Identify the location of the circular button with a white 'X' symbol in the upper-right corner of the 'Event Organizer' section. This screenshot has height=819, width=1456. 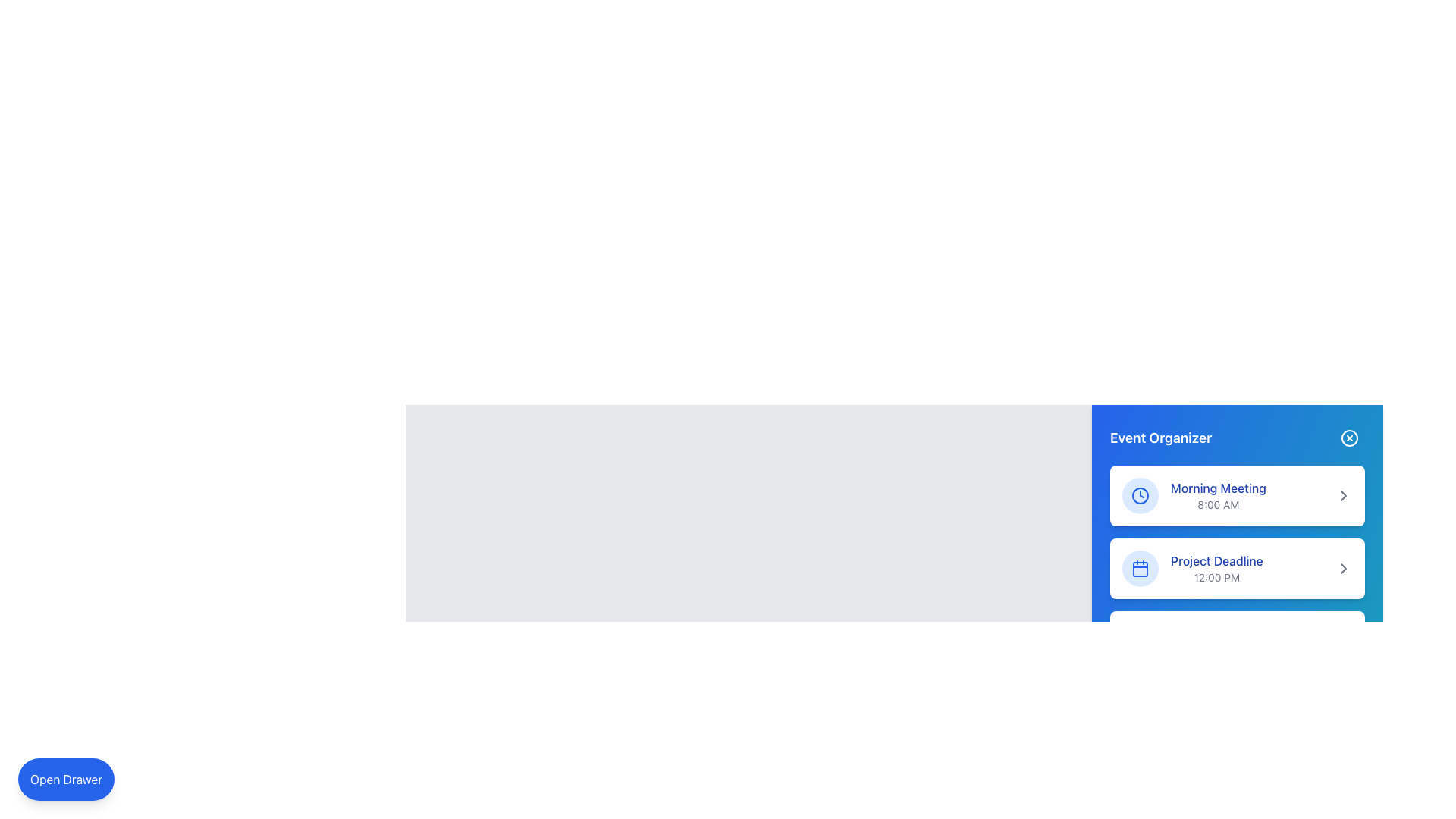
(1350, 438).